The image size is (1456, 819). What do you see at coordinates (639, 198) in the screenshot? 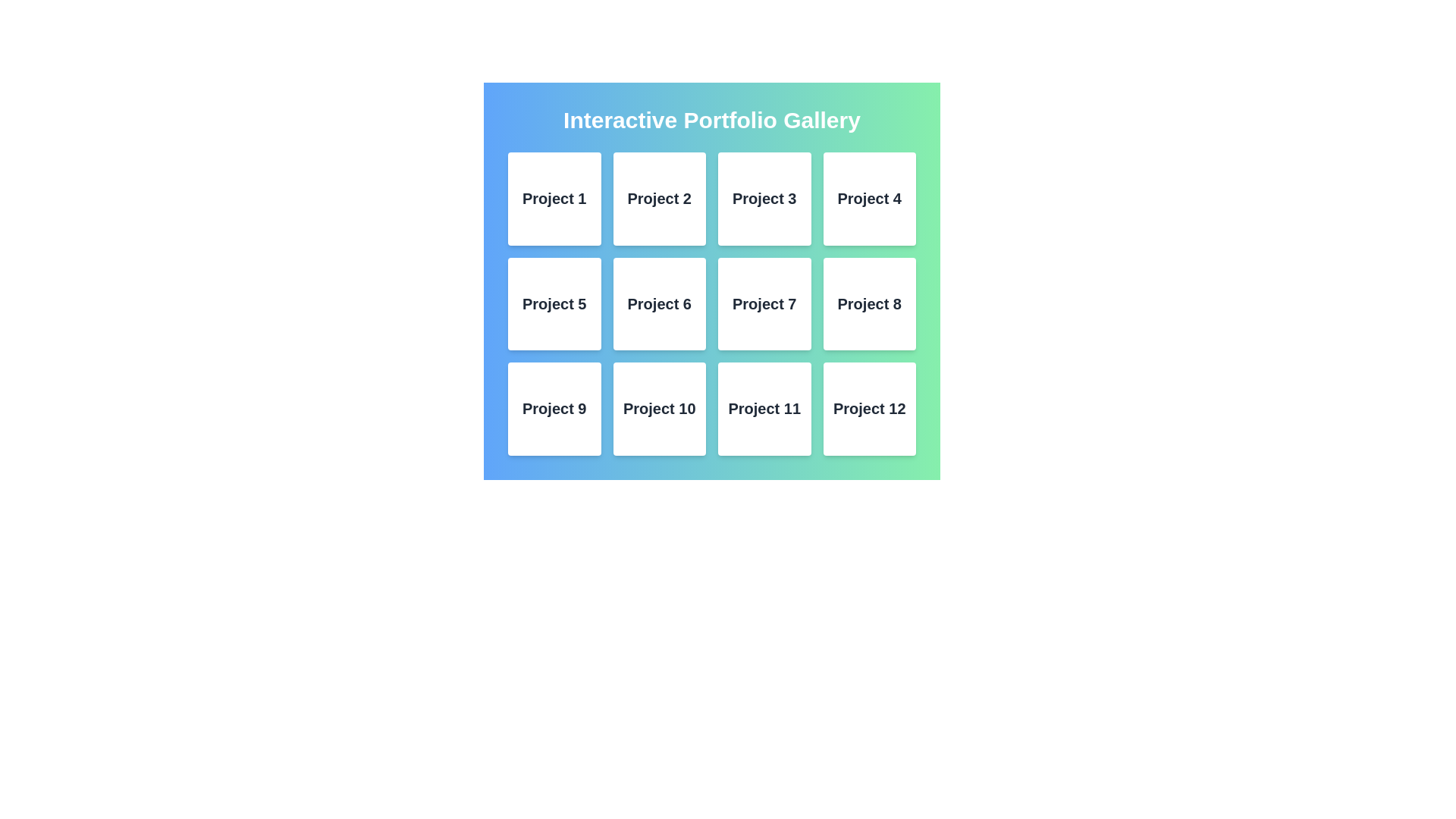
I see `the favorite icon located in the upper-left corner of the 'Project 2' card for accessibility interaction` at bounding box center [639, 198].